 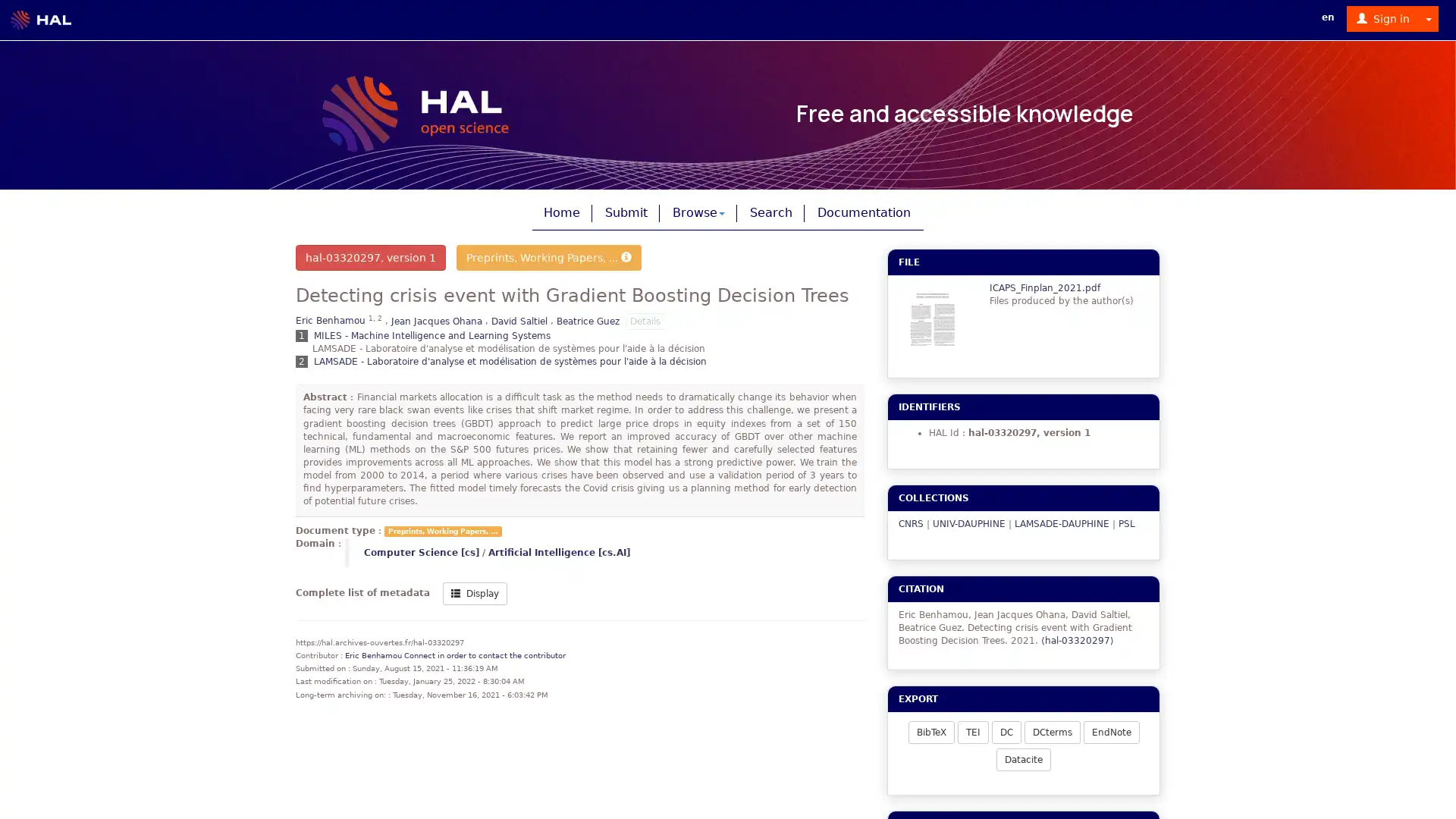 What do you see at coordinates (645, 320) in the screenshot?
I see `Details` at bounding box center [645, 320].